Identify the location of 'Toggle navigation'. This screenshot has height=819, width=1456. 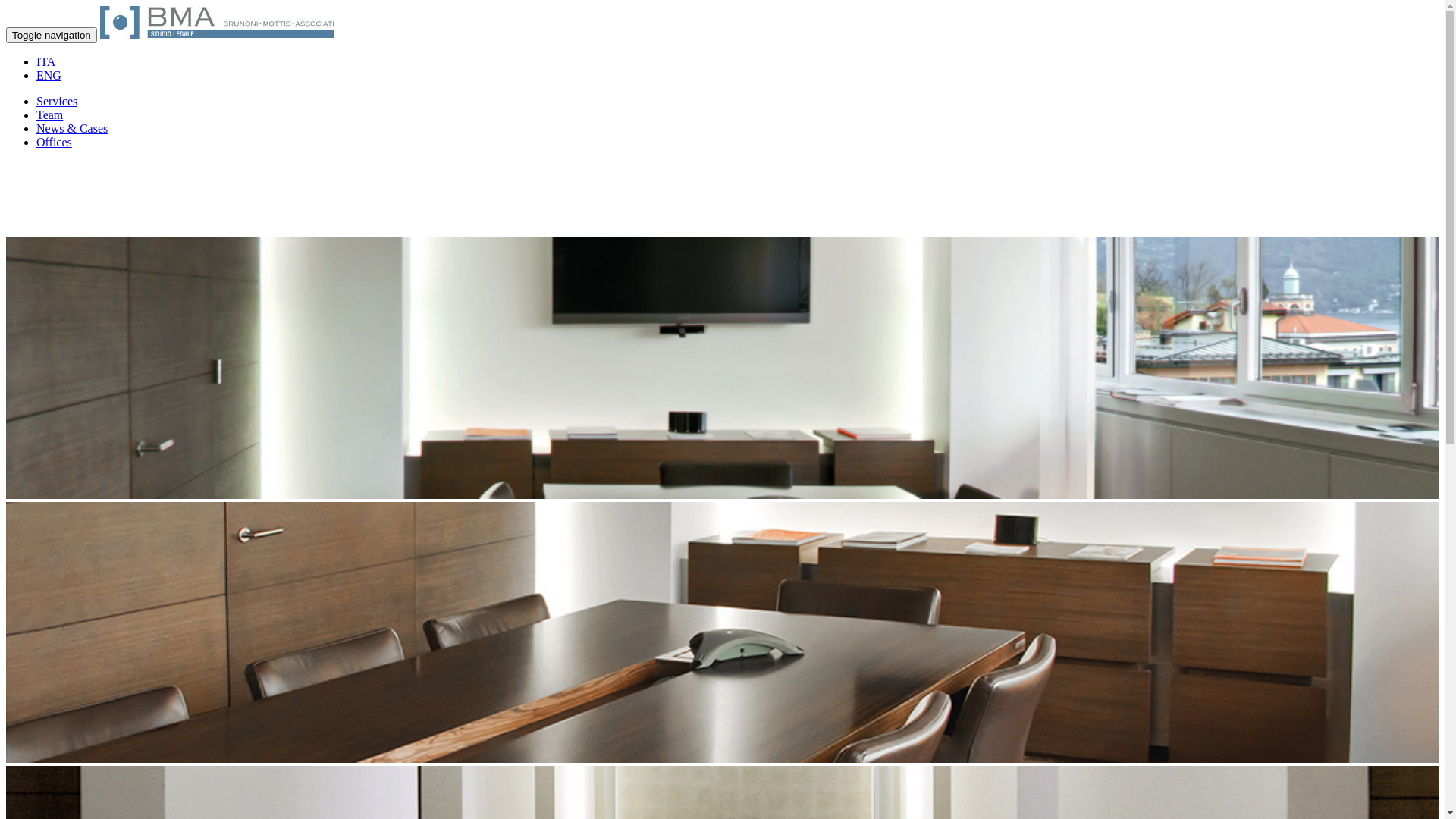
(51, 34).